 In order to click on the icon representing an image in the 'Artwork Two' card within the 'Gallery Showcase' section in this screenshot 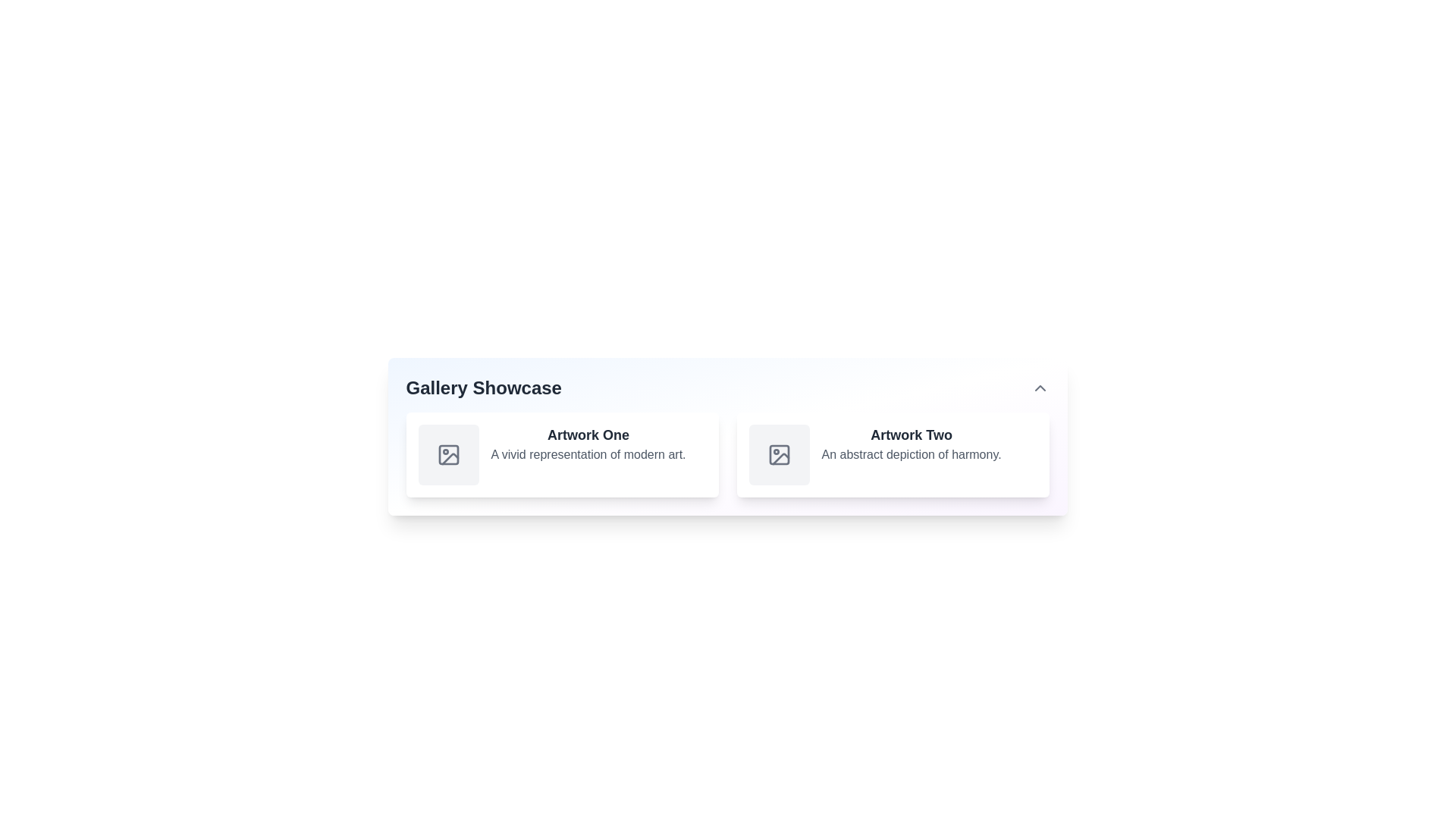, I will do `click(779, 454)`.